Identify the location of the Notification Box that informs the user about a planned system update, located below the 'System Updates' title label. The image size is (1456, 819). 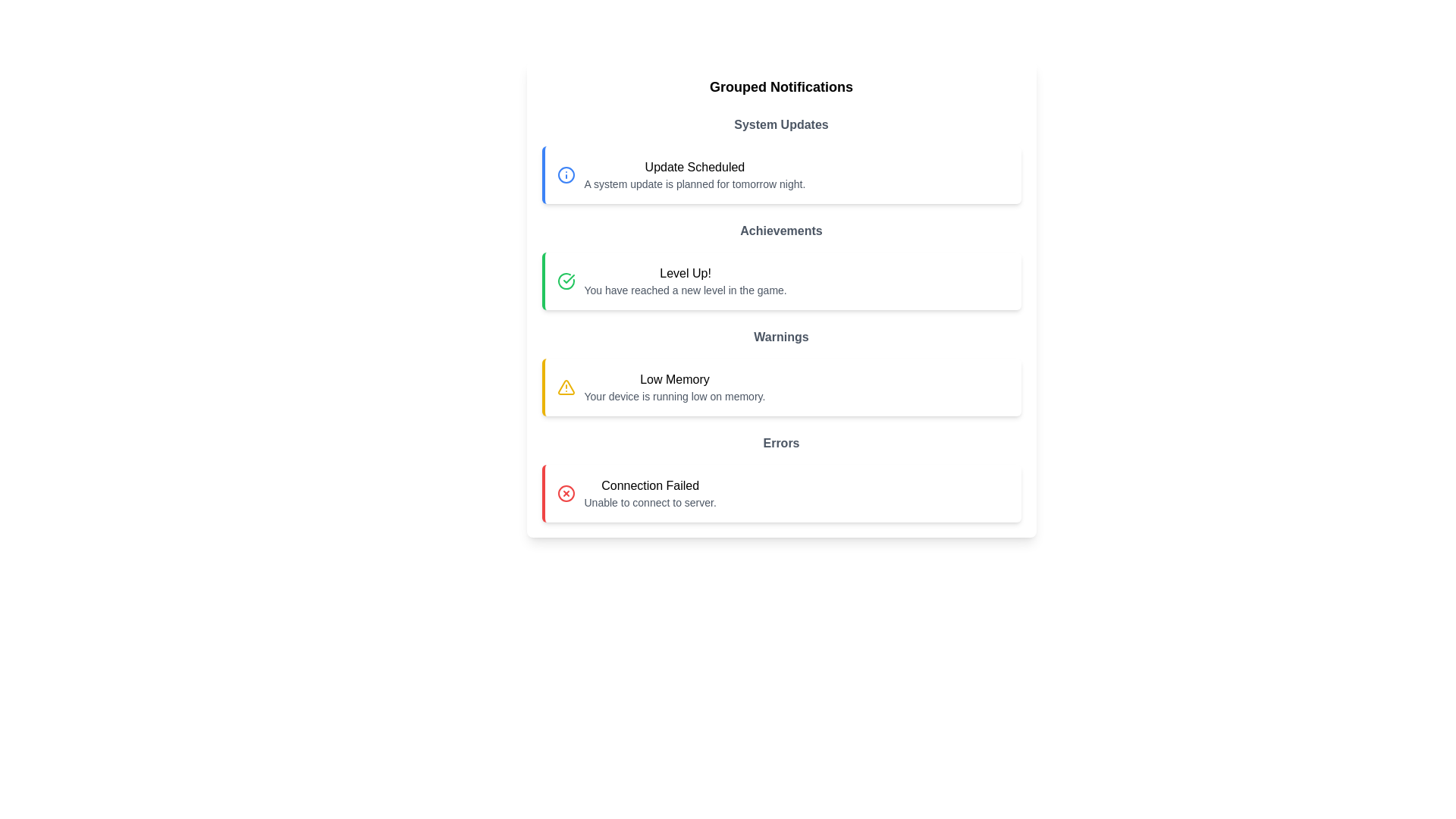
(781, 174).